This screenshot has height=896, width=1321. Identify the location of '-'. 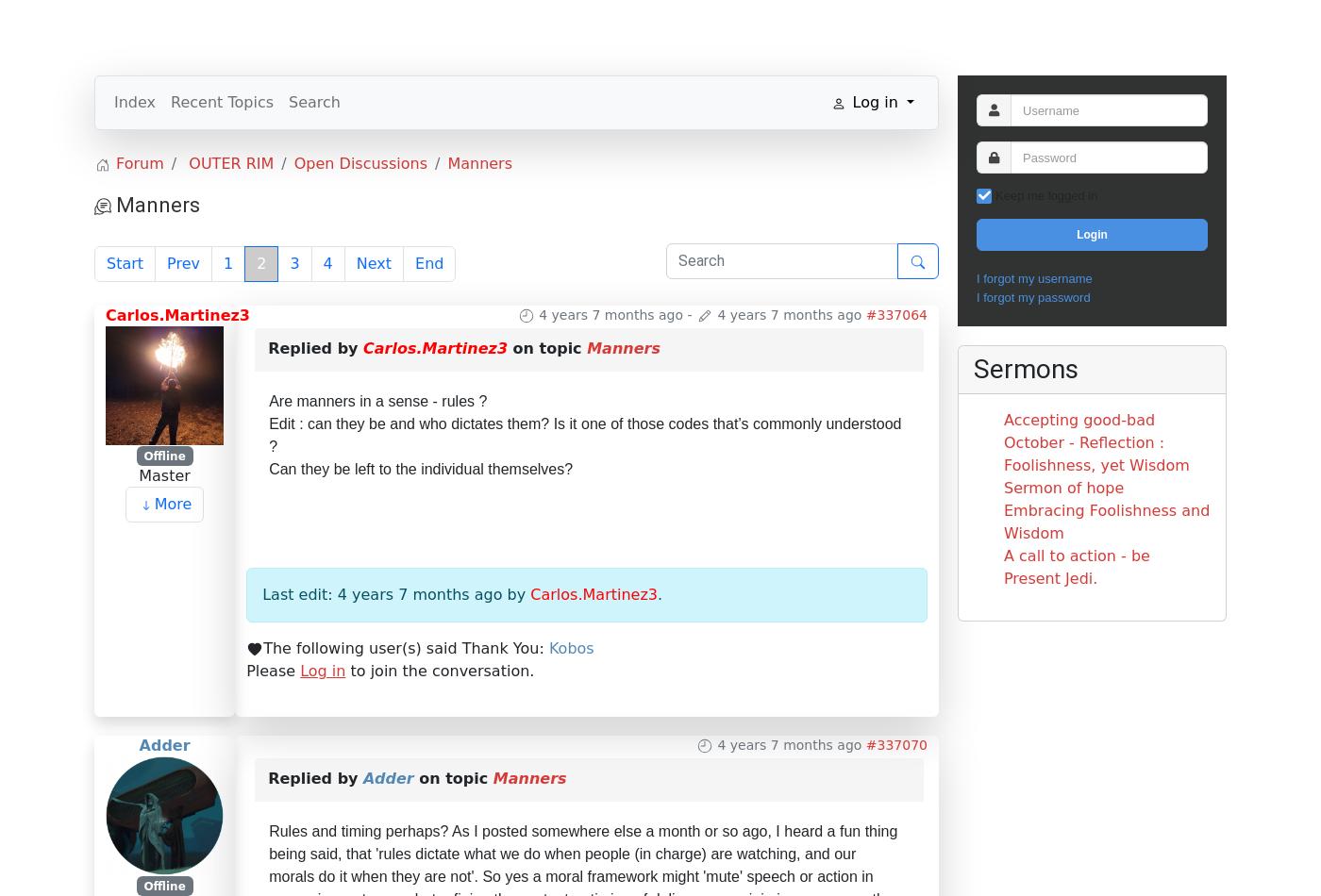
(689, 722).